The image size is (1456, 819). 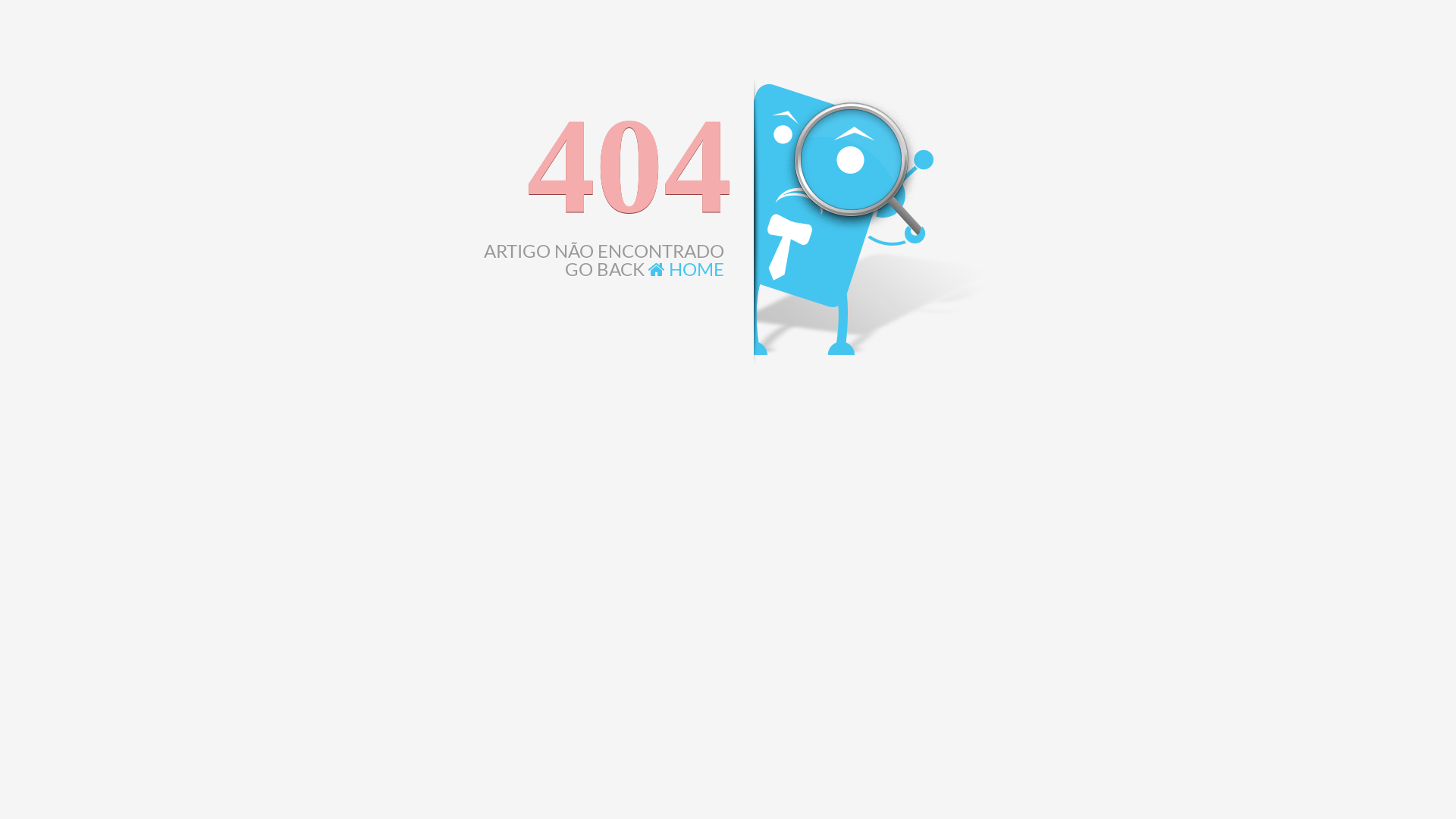 What do you see at coordinates (648, 268) in the screenshot?
I see `'HOME'` at bounding box center [648, 268].